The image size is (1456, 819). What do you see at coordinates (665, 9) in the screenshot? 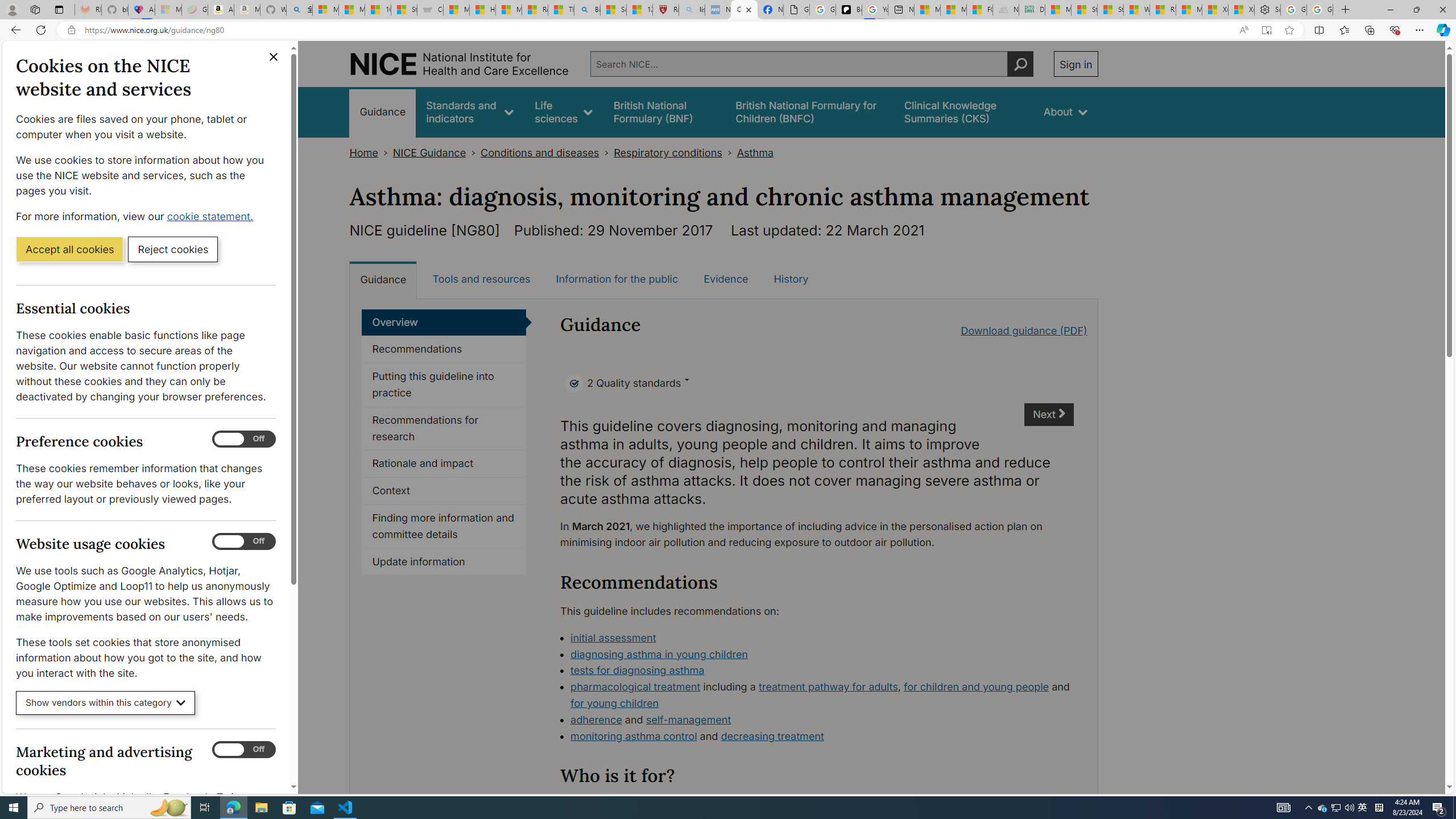
I see `'Robert H. Shmerling, MD - Harvard Health'` at bounding box center [665, 9].